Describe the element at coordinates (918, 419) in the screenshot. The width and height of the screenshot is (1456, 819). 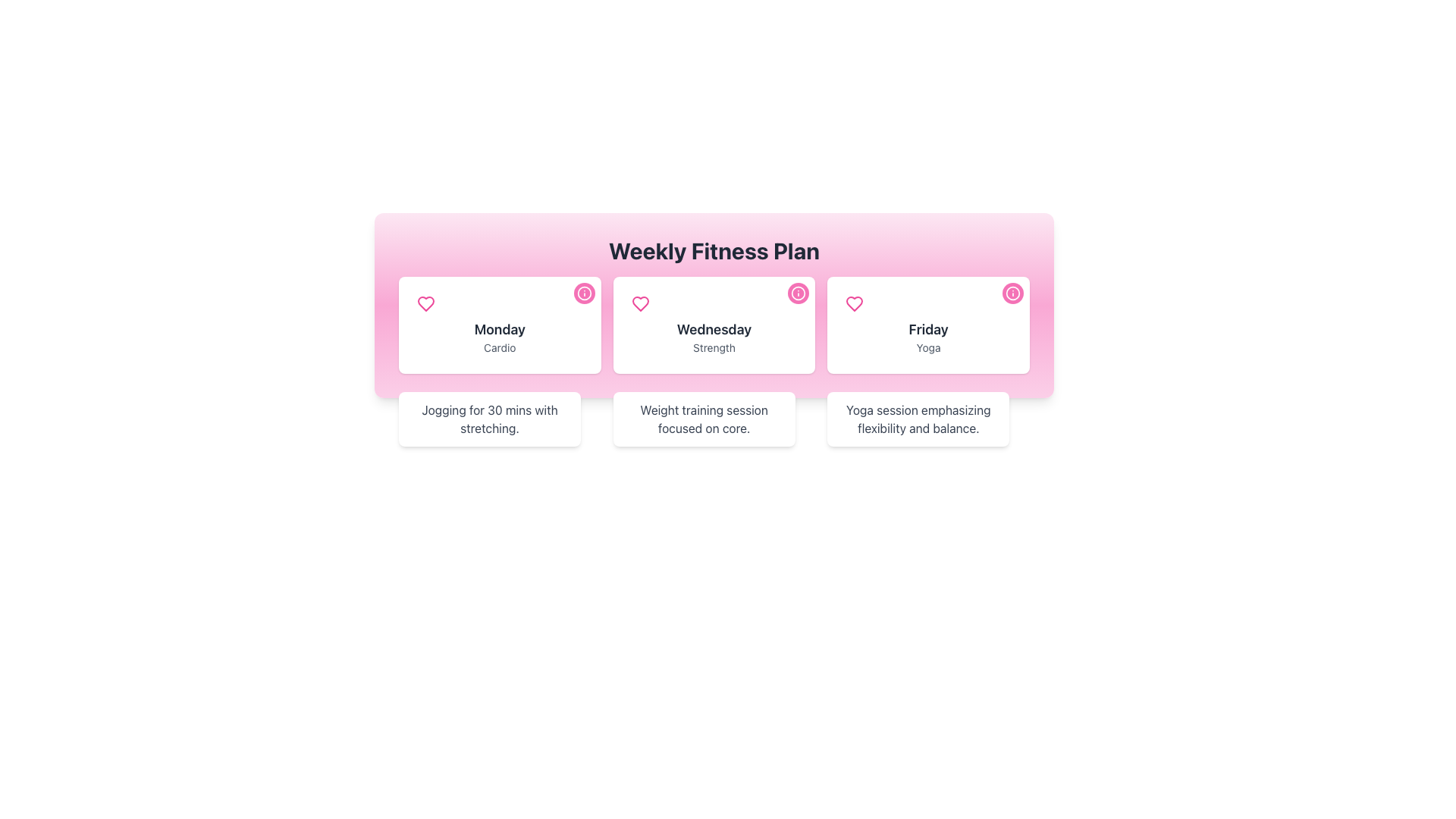
I see `the text box that provides additional descriptive information about the yoga session scheduled for Friday, located below the 'Friday' card in the 'Weekly Fitness Plan' layout` at that location.